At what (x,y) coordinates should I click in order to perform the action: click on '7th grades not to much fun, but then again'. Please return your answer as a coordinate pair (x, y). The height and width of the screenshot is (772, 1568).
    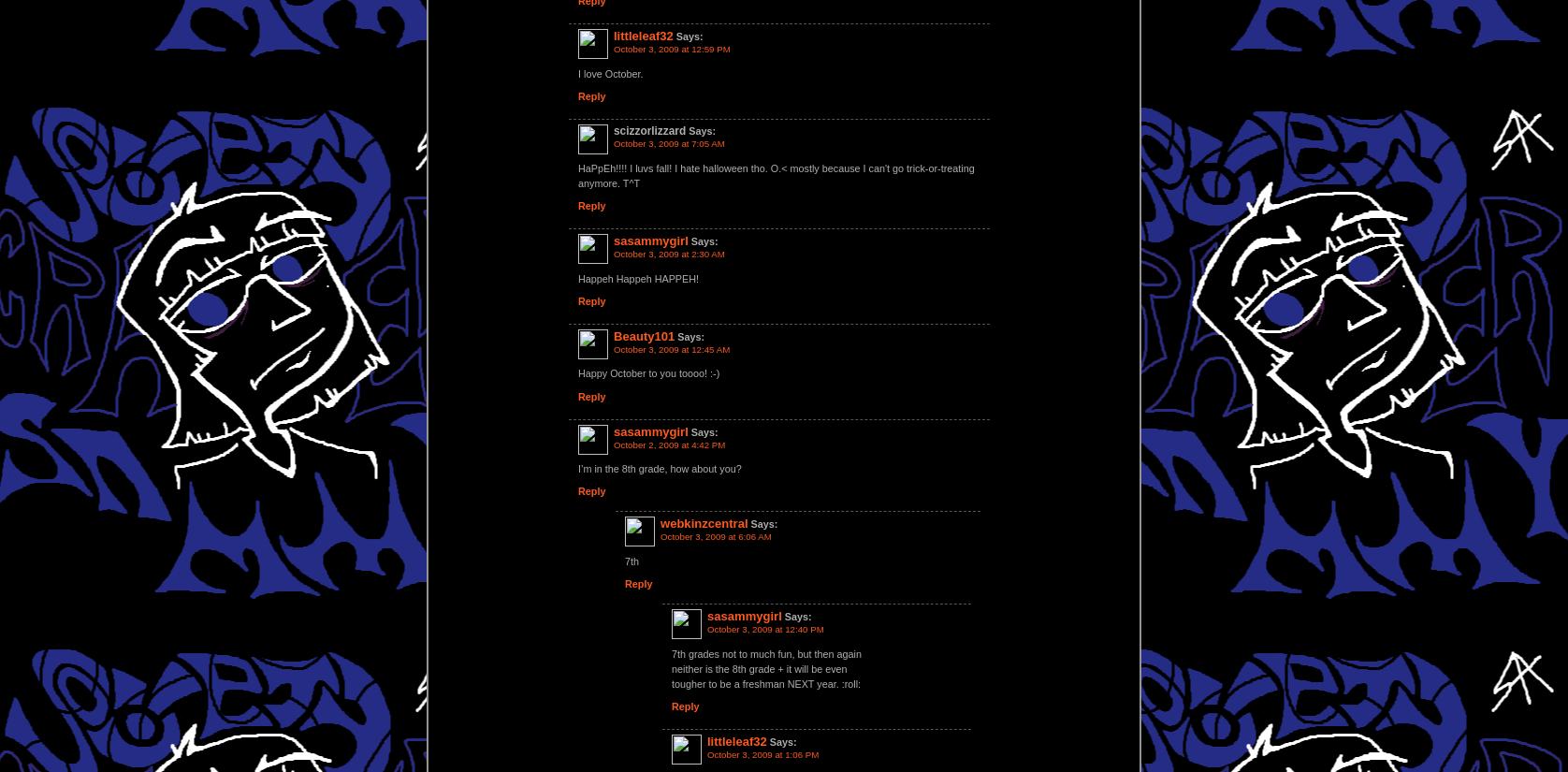
    Looking at the image, I should click on (765, 653).